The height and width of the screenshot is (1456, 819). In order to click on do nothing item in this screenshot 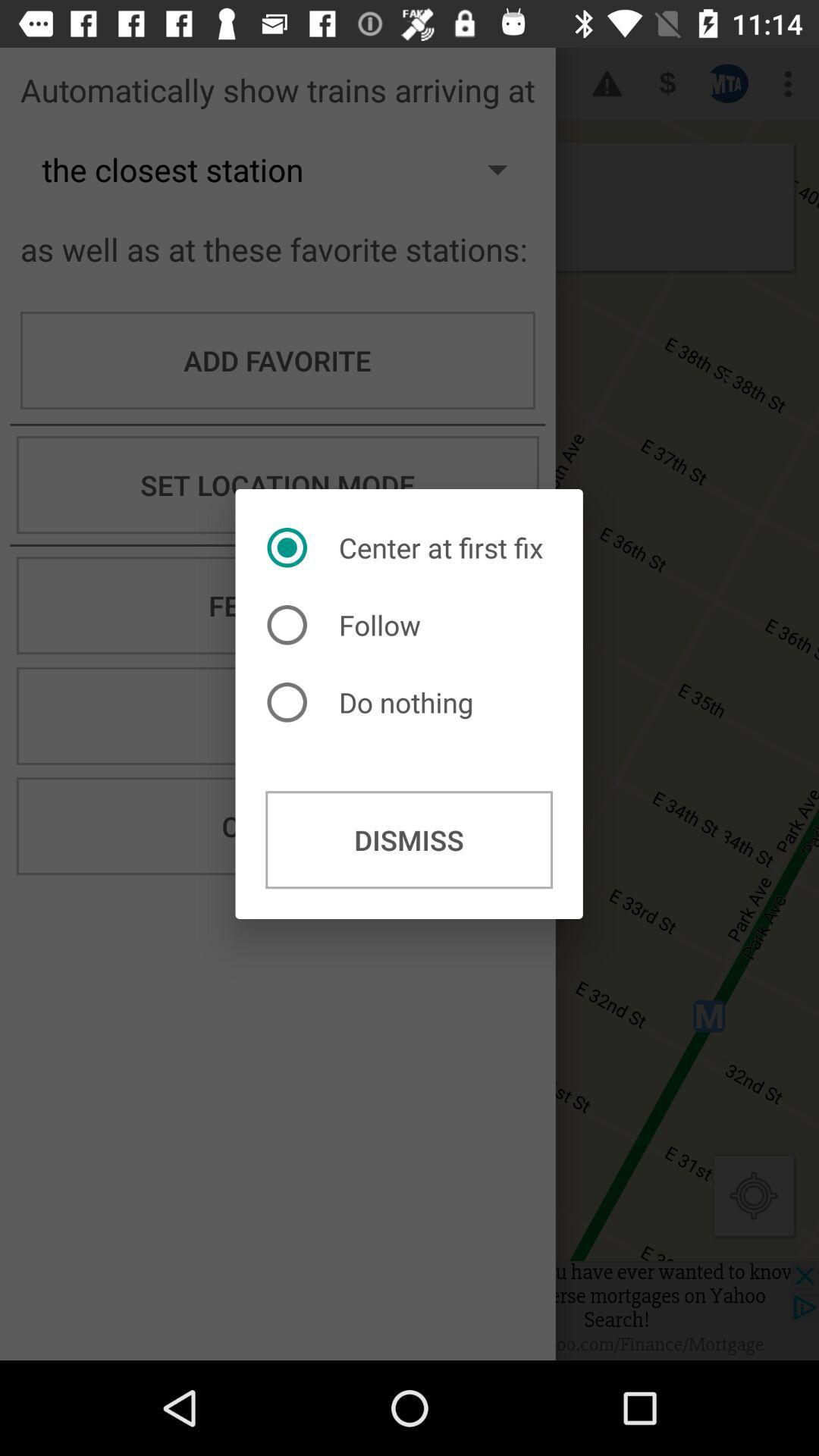, I will do `click(374, 701)`.